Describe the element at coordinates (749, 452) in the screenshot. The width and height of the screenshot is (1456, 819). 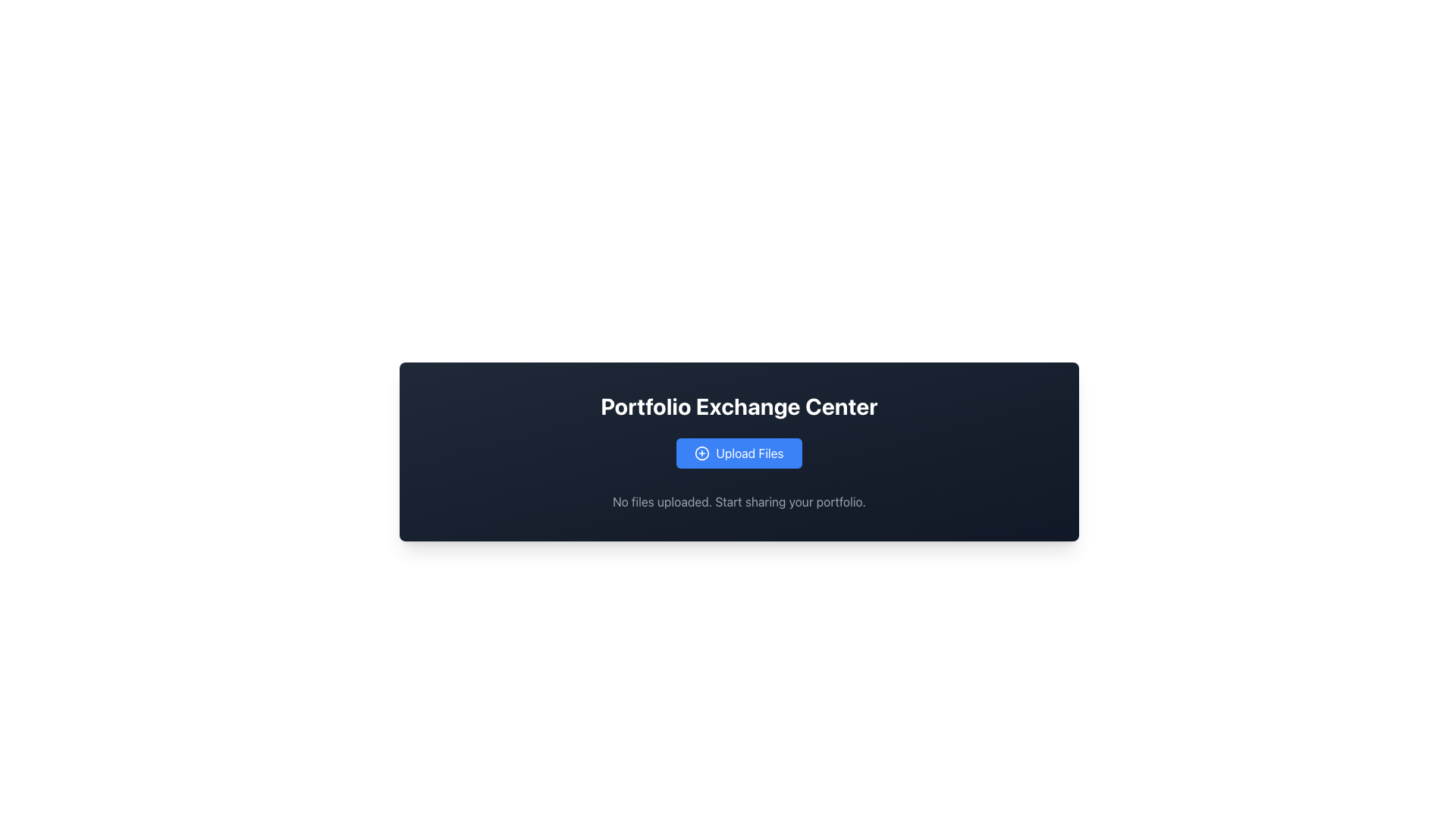
I see `the 'Upload Files' text label which is displayed in white on a blue button with rounded corners, located centrally near the bottom center of the interface` at that location.